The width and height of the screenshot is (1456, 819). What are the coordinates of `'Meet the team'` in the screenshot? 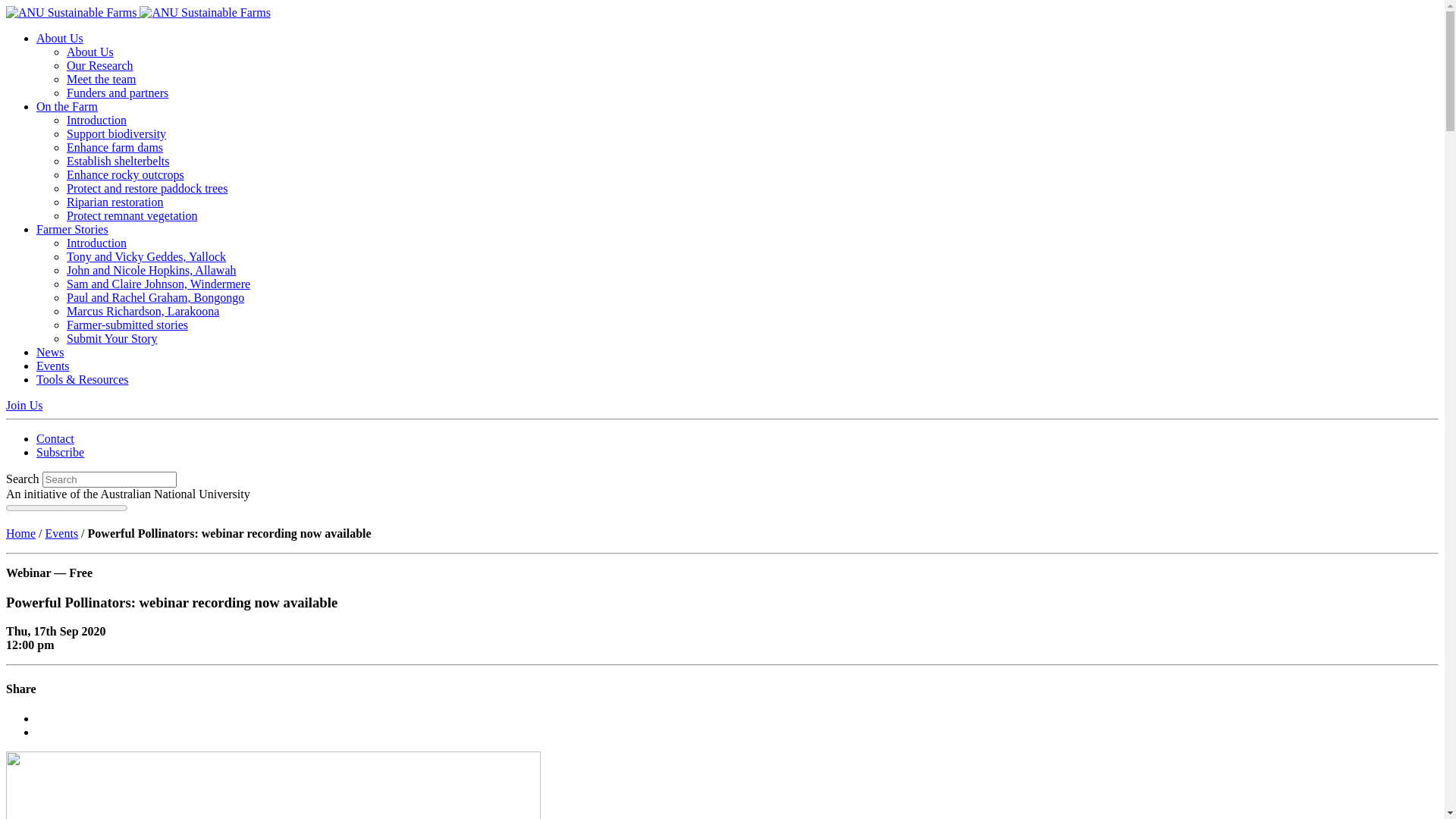 It's located at (101, 79).